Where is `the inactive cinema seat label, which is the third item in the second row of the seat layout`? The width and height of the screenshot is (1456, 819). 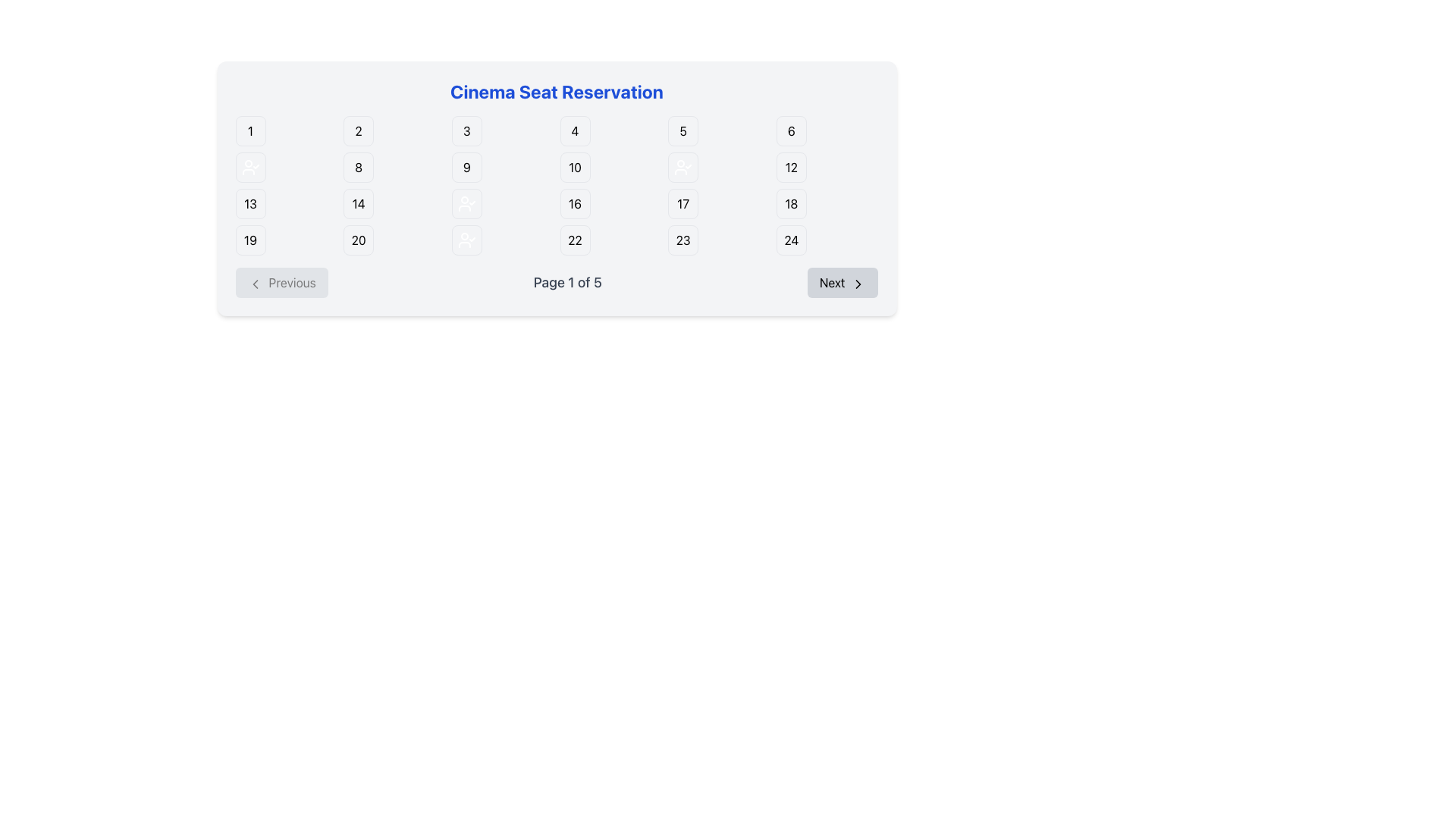 the inactive cinema seat label, which is the third item in the second row of the seat layout is located at coordinates (466, 167).